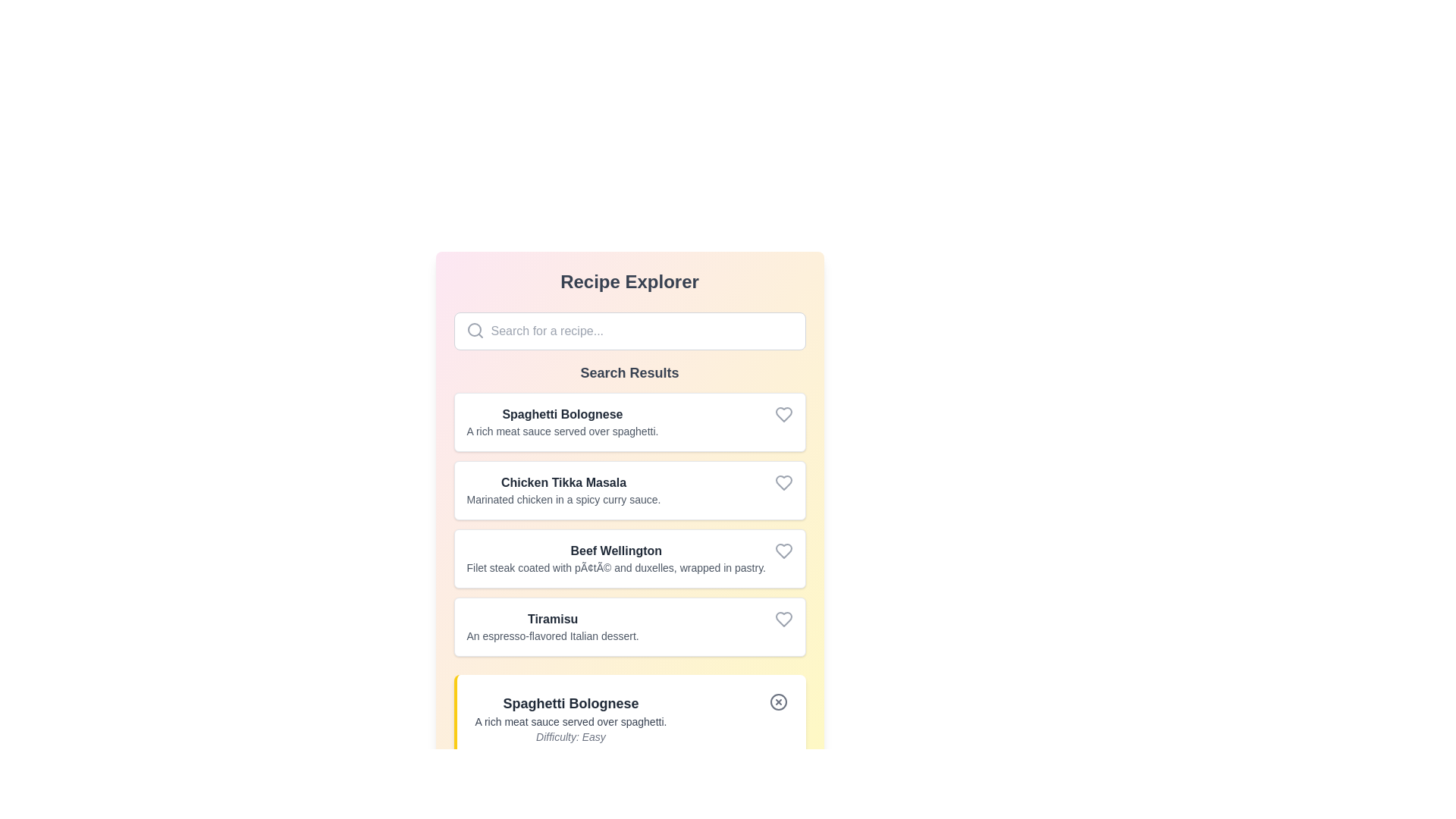 The height and width of the screenshot is (819, 1456). What do you see at coordinates (570, 736) in the screenshot?
I see `the static label indicating the difficulty level of the recipe 'Spaghetti Bolognese', which is positioned below the description text 'A rich meat sauce served over spaghetti.'` at bounding box center [570, 736].